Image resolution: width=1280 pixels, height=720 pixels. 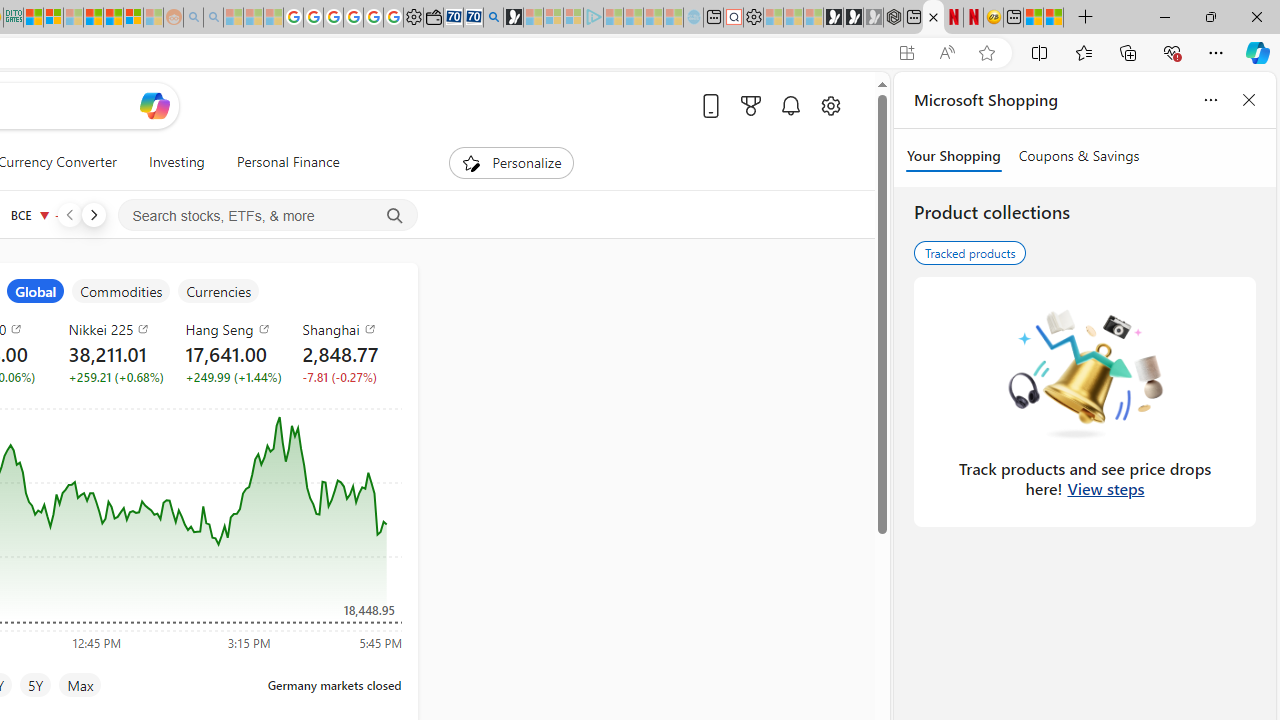 What do you see at coordinates (513, 17) in the screenshot?
I see `'Microsoft Start Gaming'` at bounding box center [513, 17].